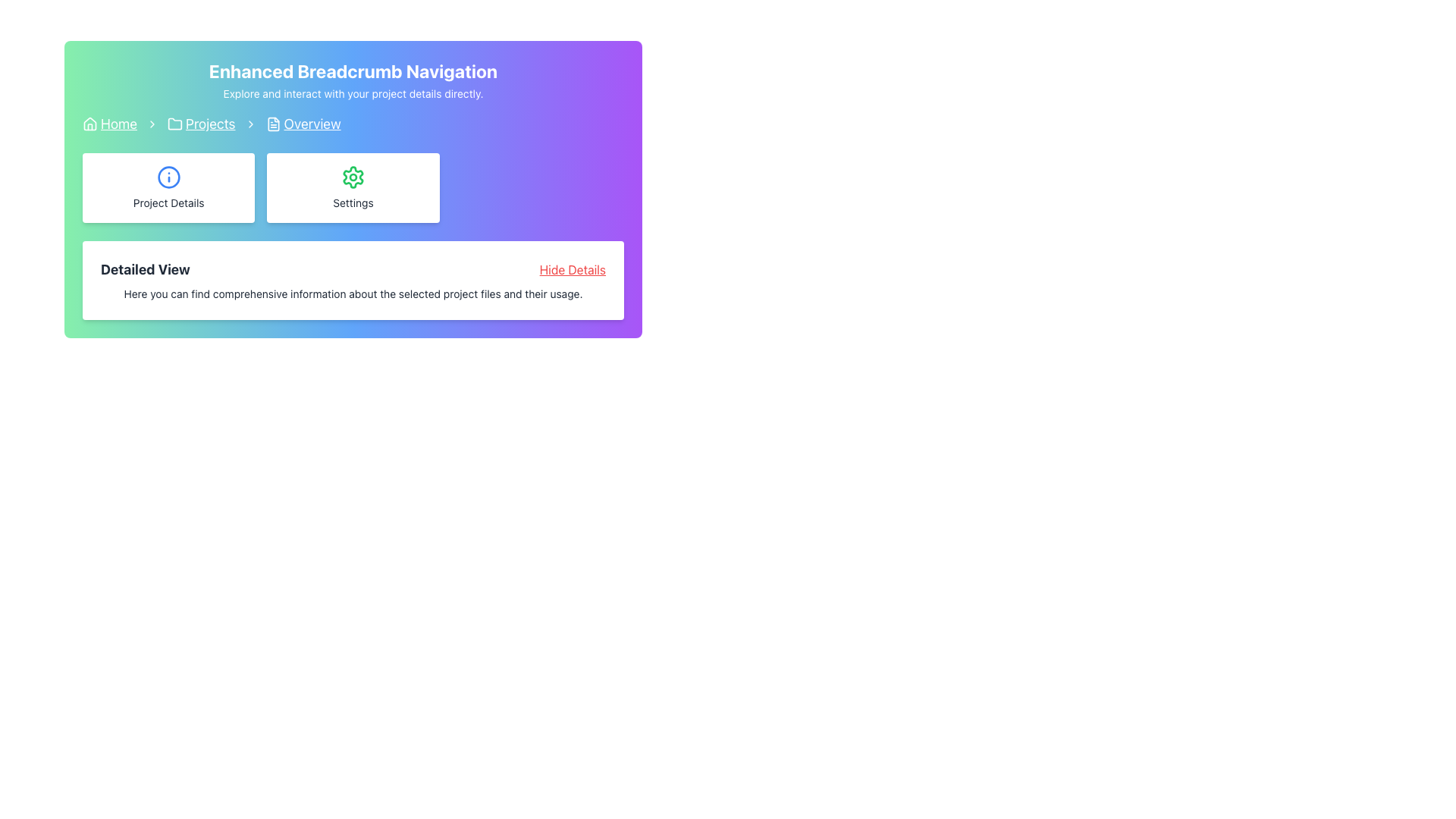 The image size is (1456, 819). I want to click on the blue circular information icon located in the 'Project Details' section, which is centered above the text label 'Project Details', so click(168, 177).